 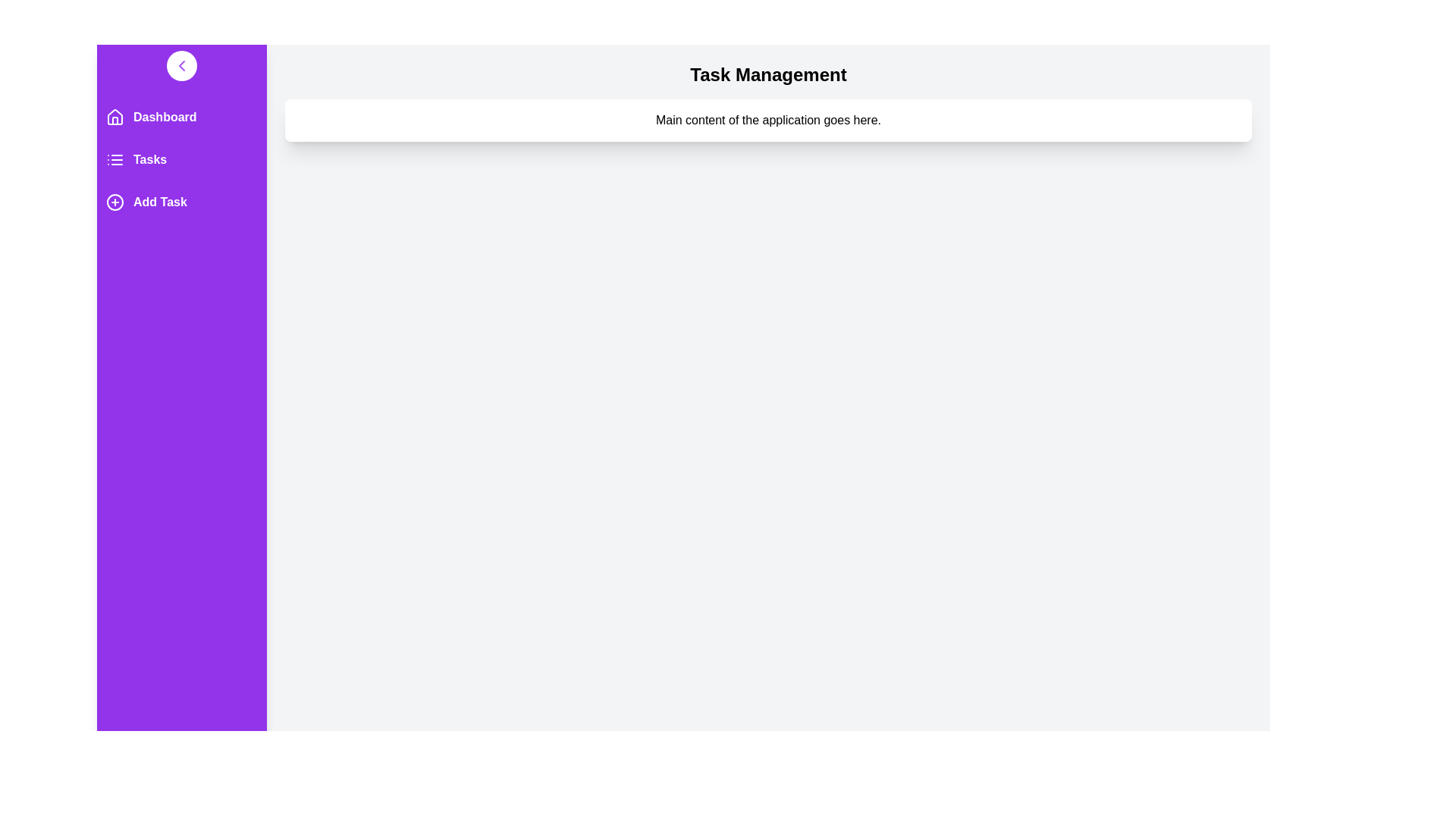 I want to click on the 'Add Task' menu item in the sidebar, so click(x=182, y=201).